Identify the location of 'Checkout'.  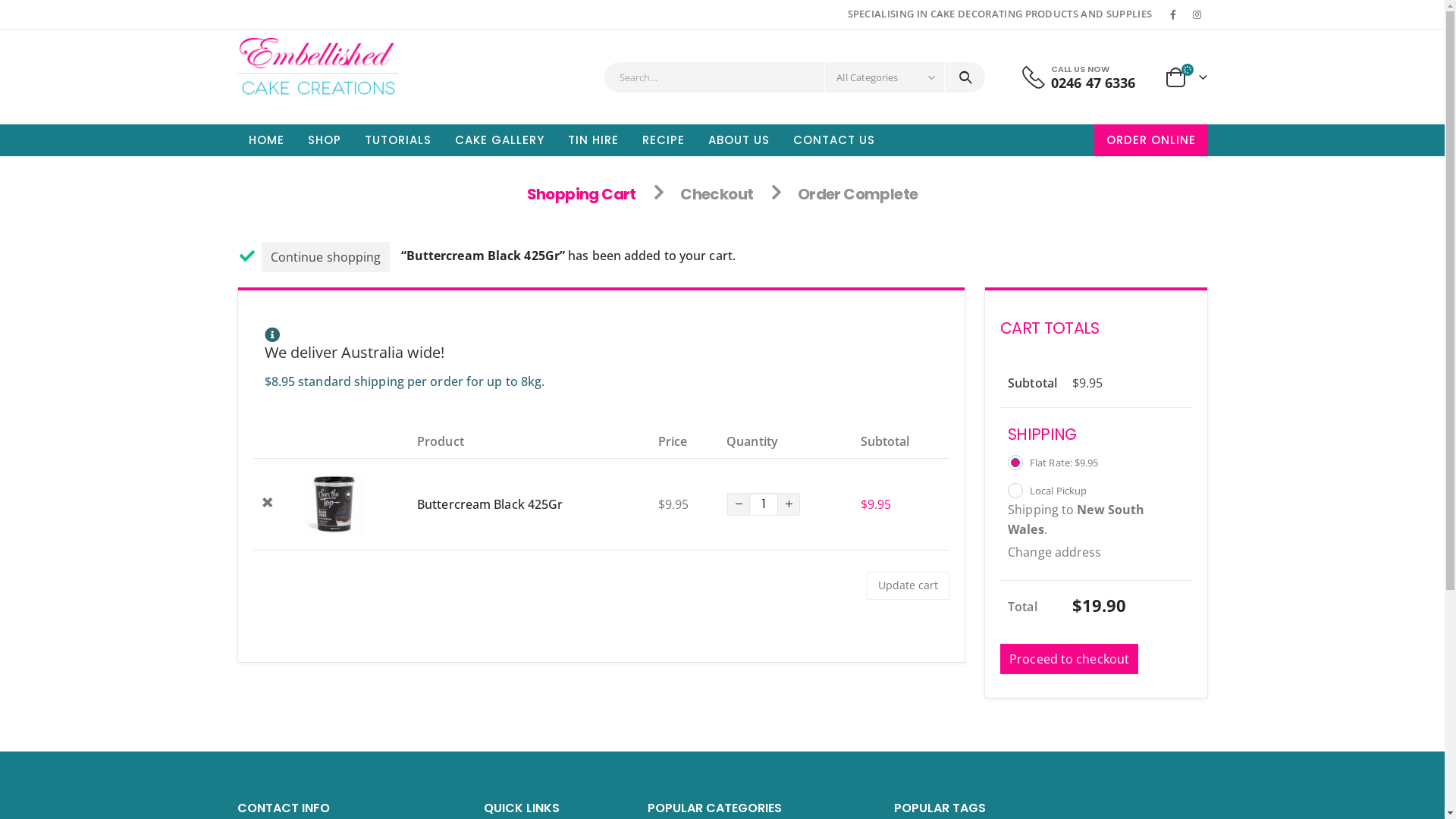
(716, 193).